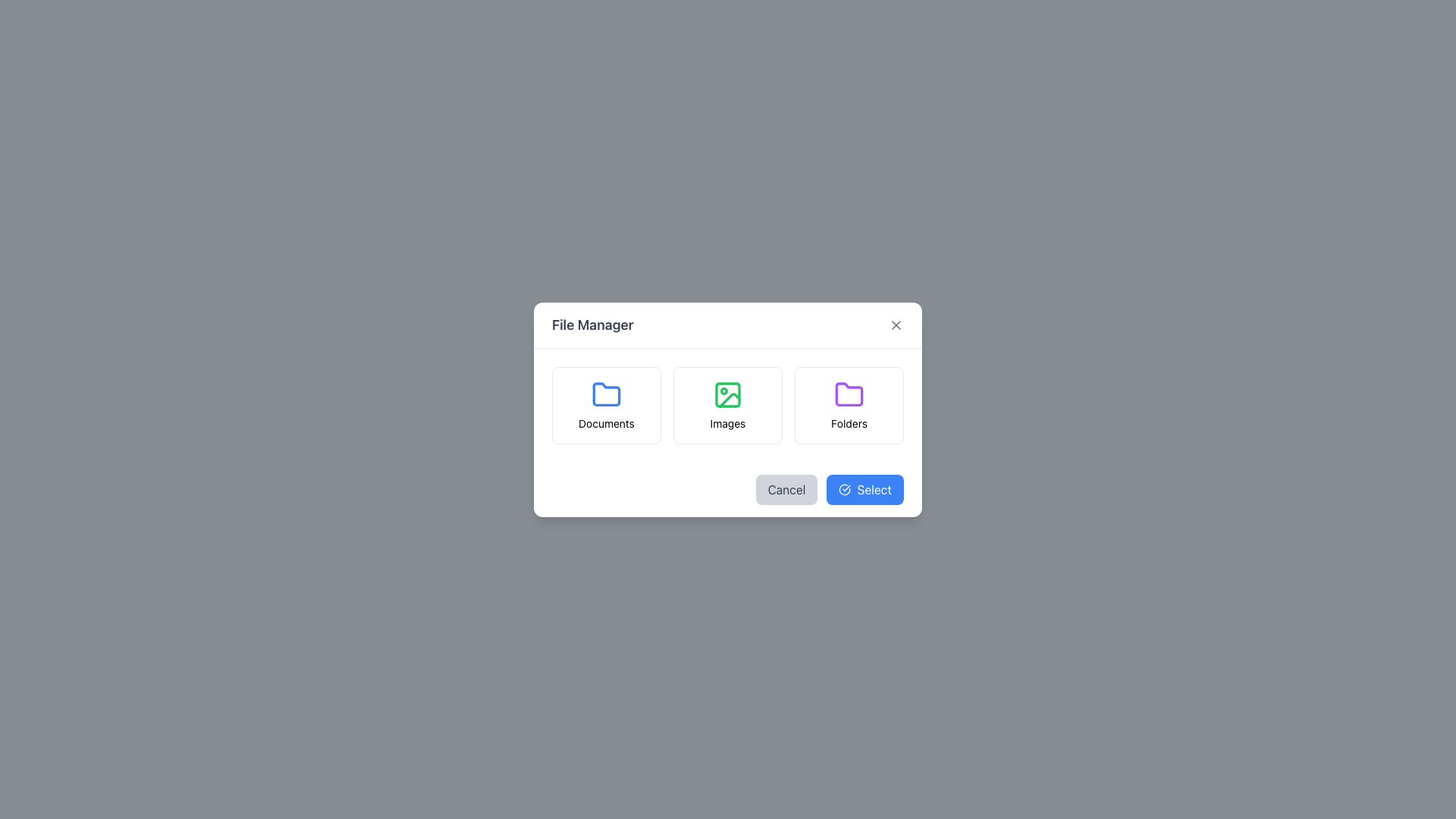  I want to click on the 'Folders' option item, which features a purple outlined folder icon and is the last element in a horizontal row of options, so click(848, 403).